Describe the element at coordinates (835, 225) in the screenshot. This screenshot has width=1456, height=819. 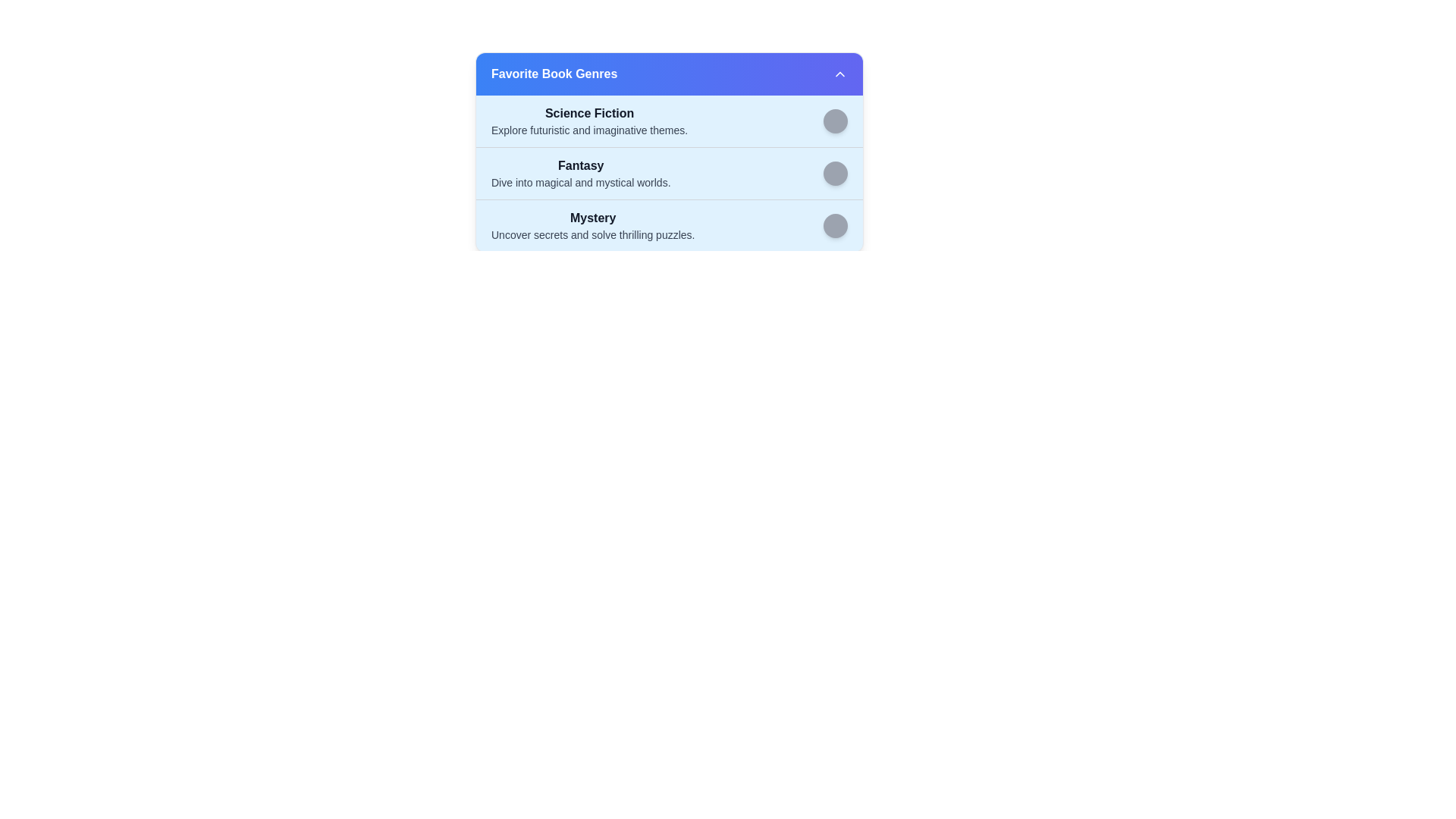
I see `the circular button located at the far right of the third row labeled 'Mystery'` at that location.